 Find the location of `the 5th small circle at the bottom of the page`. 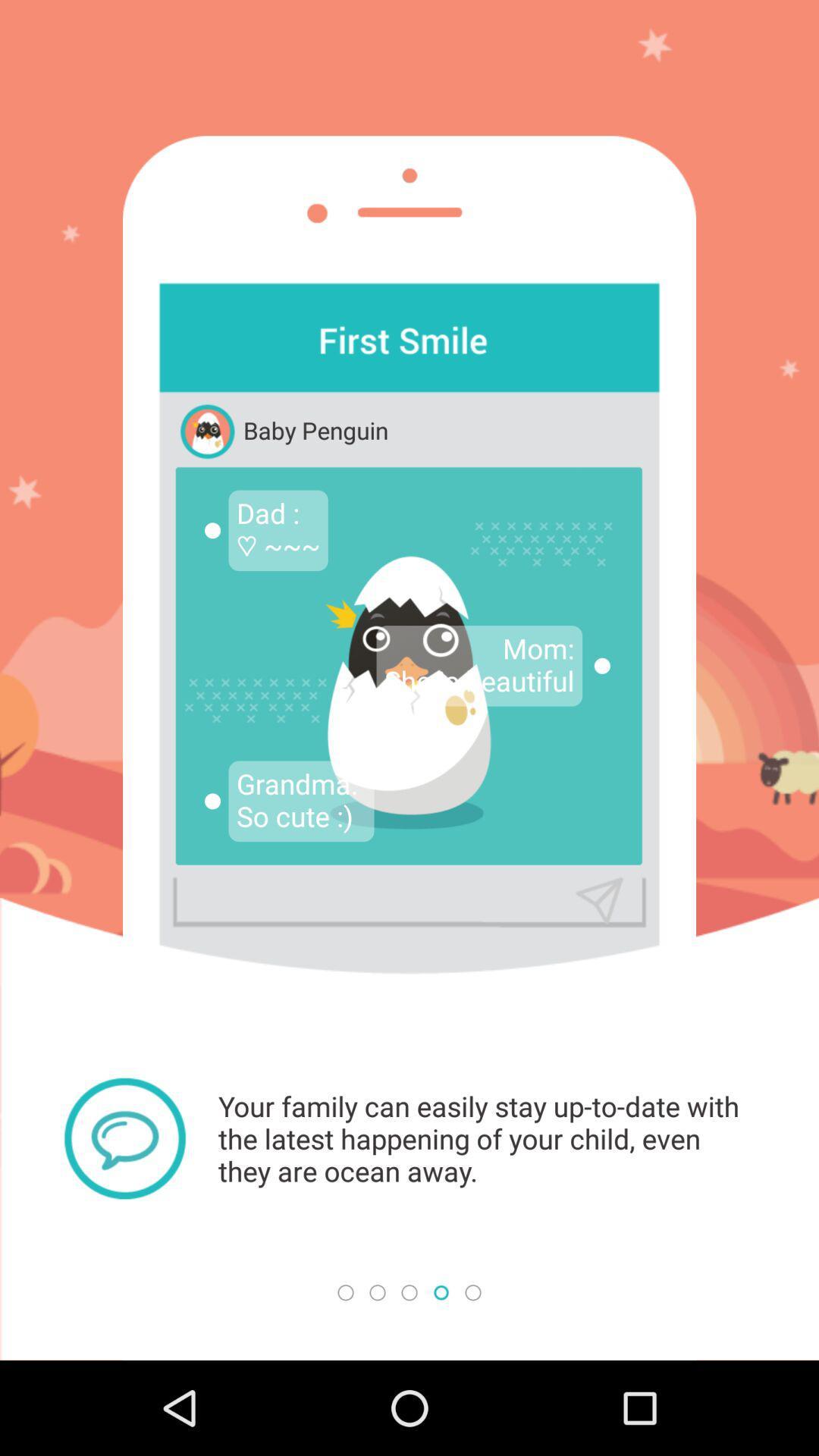

the 5th small circle at the bottom of the page is located at coordinates (472, 1291).